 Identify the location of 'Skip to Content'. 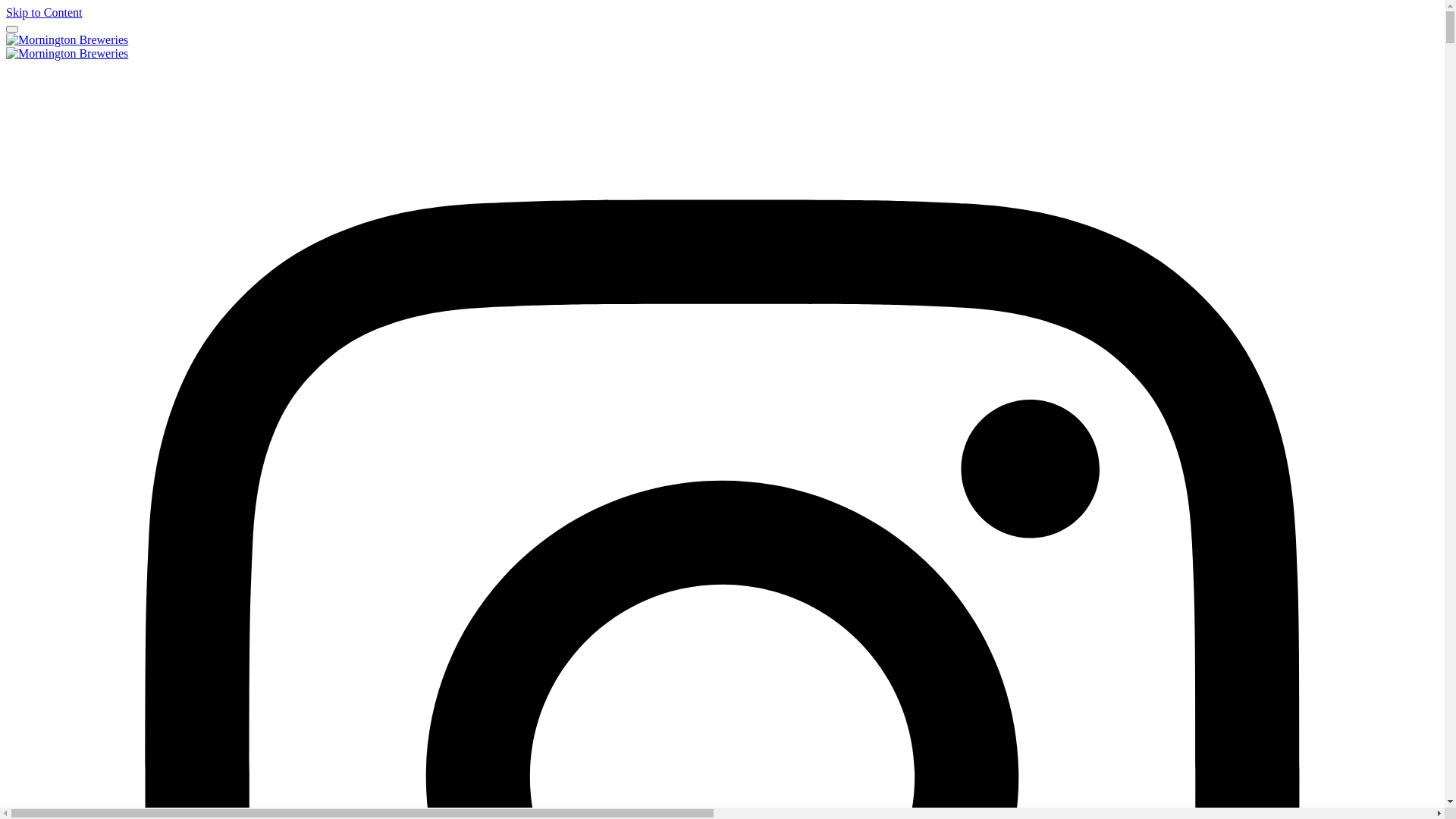
(6, 12).